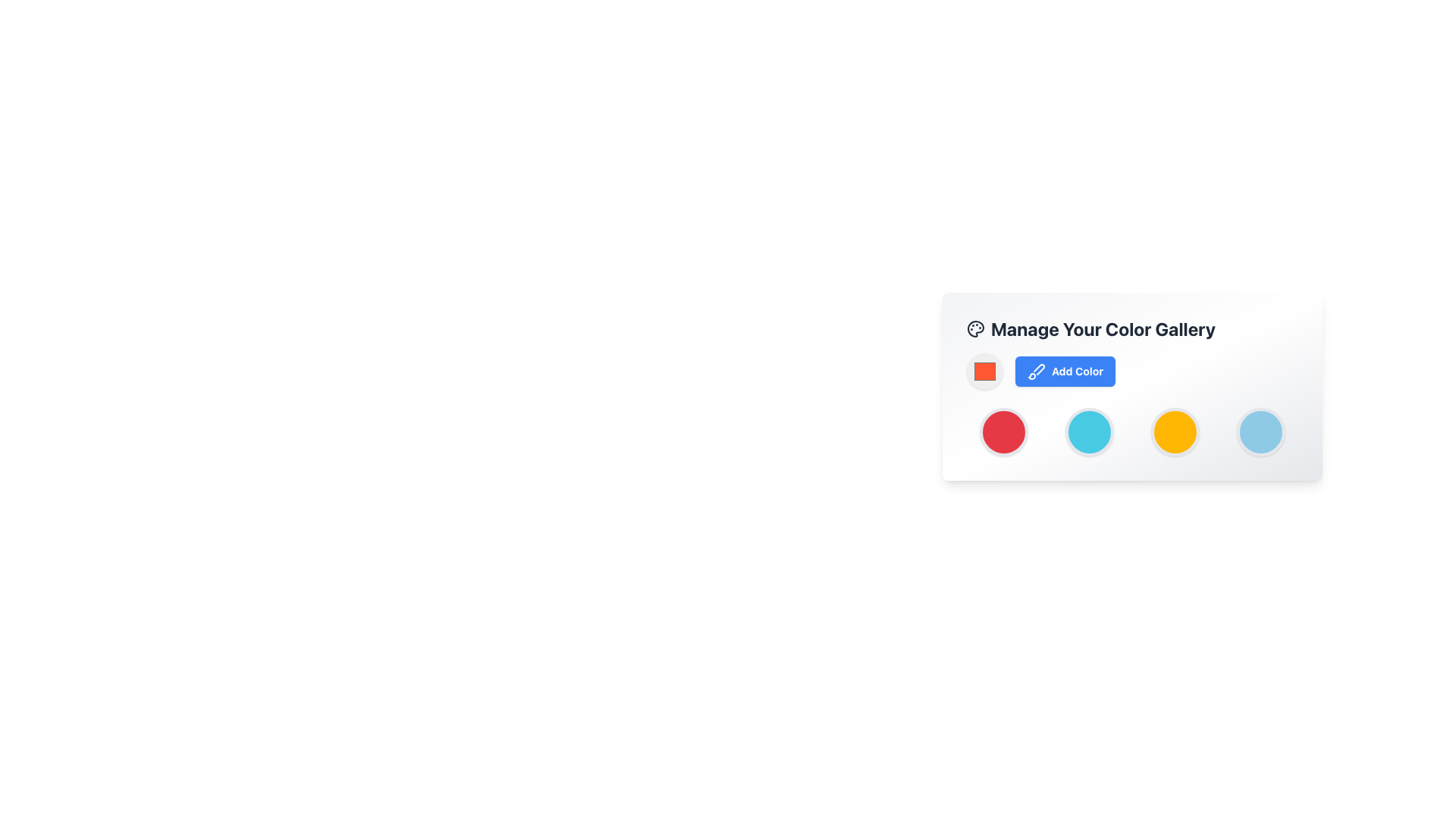 The height and width of the screenshot is (819, 1456). Describe the element at coordinates (1036, 371) in the screenshot. I see `the icon resembling a brush with a blue background and white outline, located to the left of the 'Add Color' button in the 'Manage Your Color Gallery' section` at that location.